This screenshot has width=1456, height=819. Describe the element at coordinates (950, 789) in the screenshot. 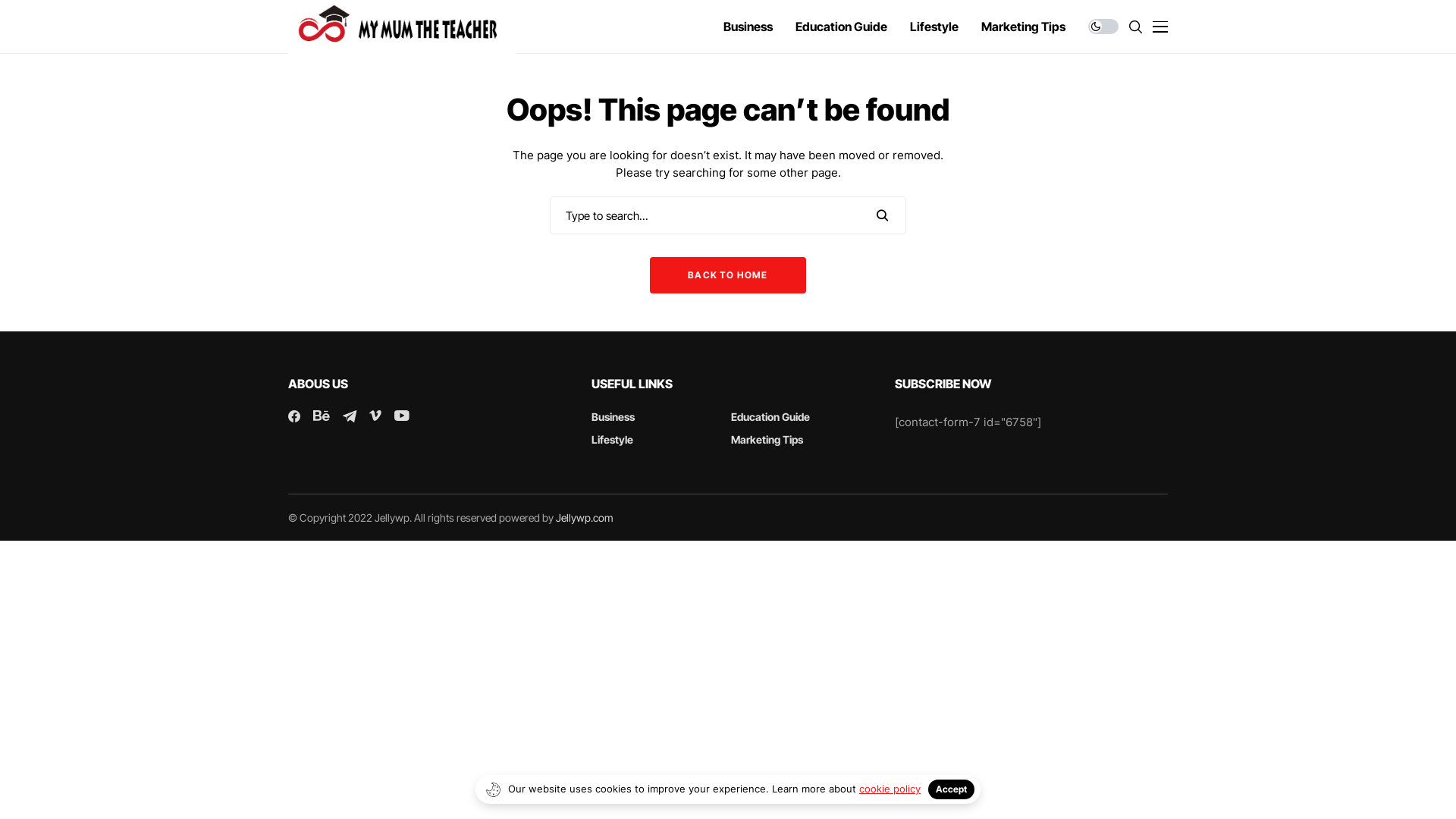

I see `'Accept'` at that location.